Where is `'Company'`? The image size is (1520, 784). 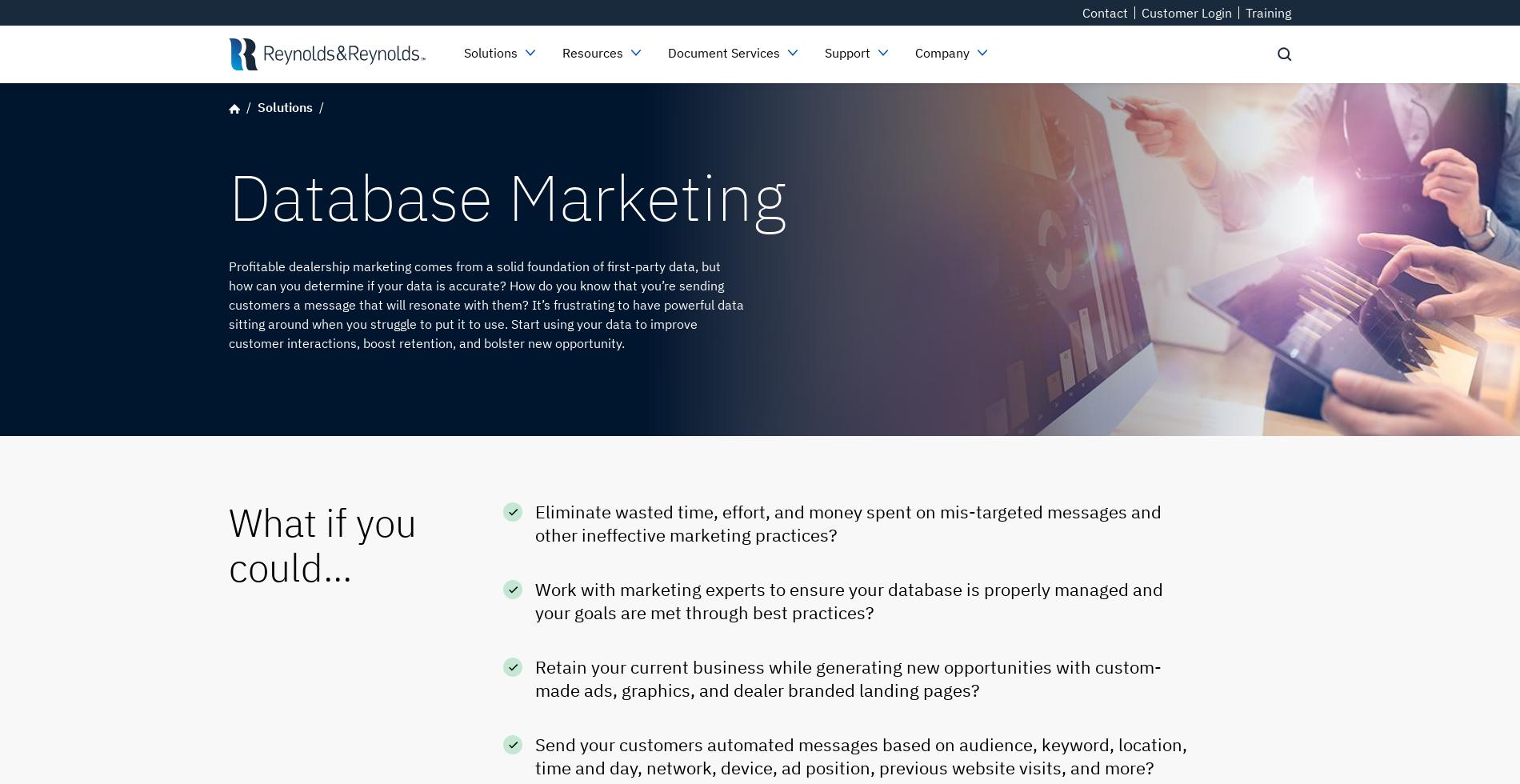
'Company' is located at coordinates (942, 52).